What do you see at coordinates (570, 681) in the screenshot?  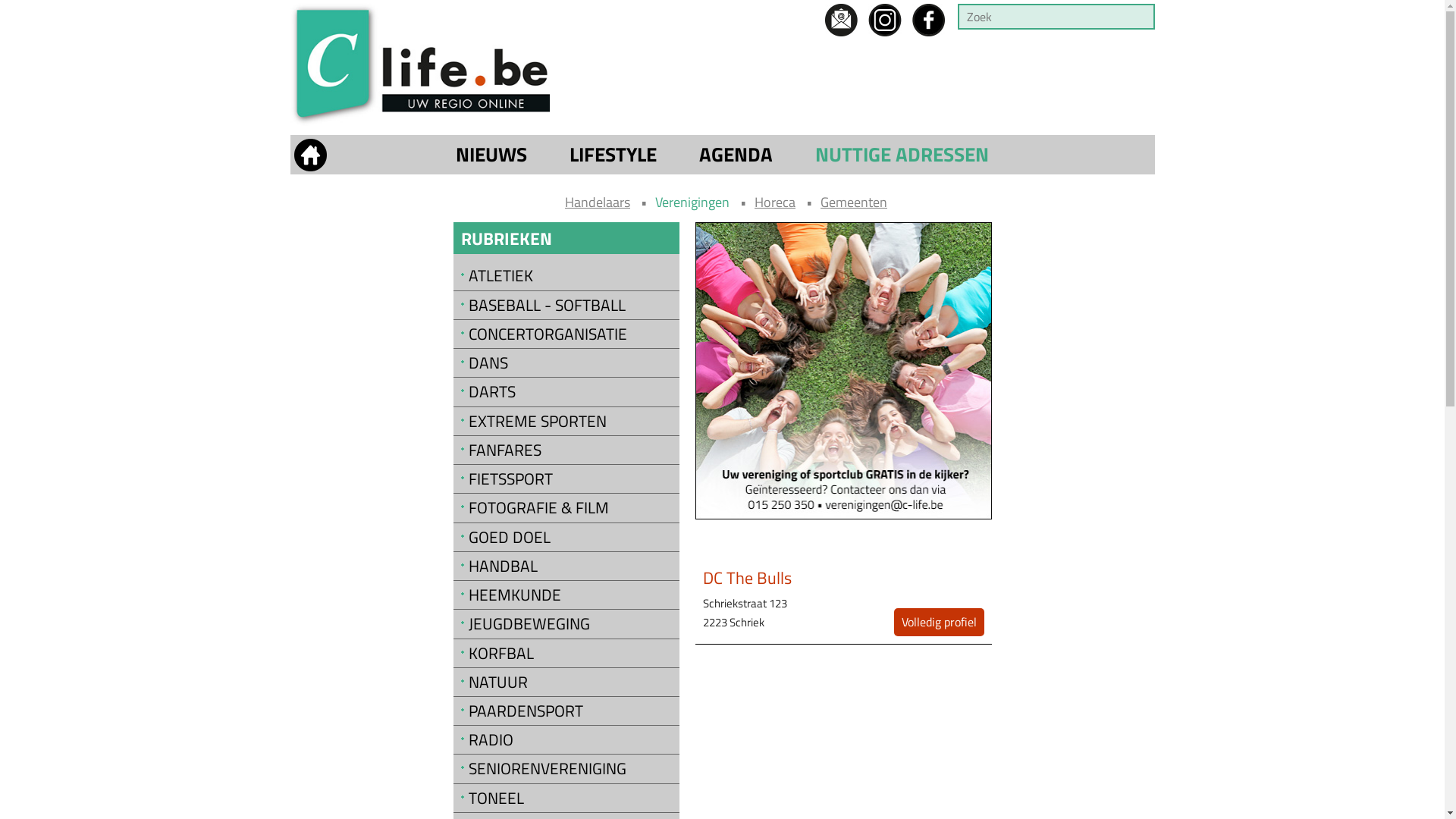 I see `'NATUUR'` at bounding box center [570, 681].